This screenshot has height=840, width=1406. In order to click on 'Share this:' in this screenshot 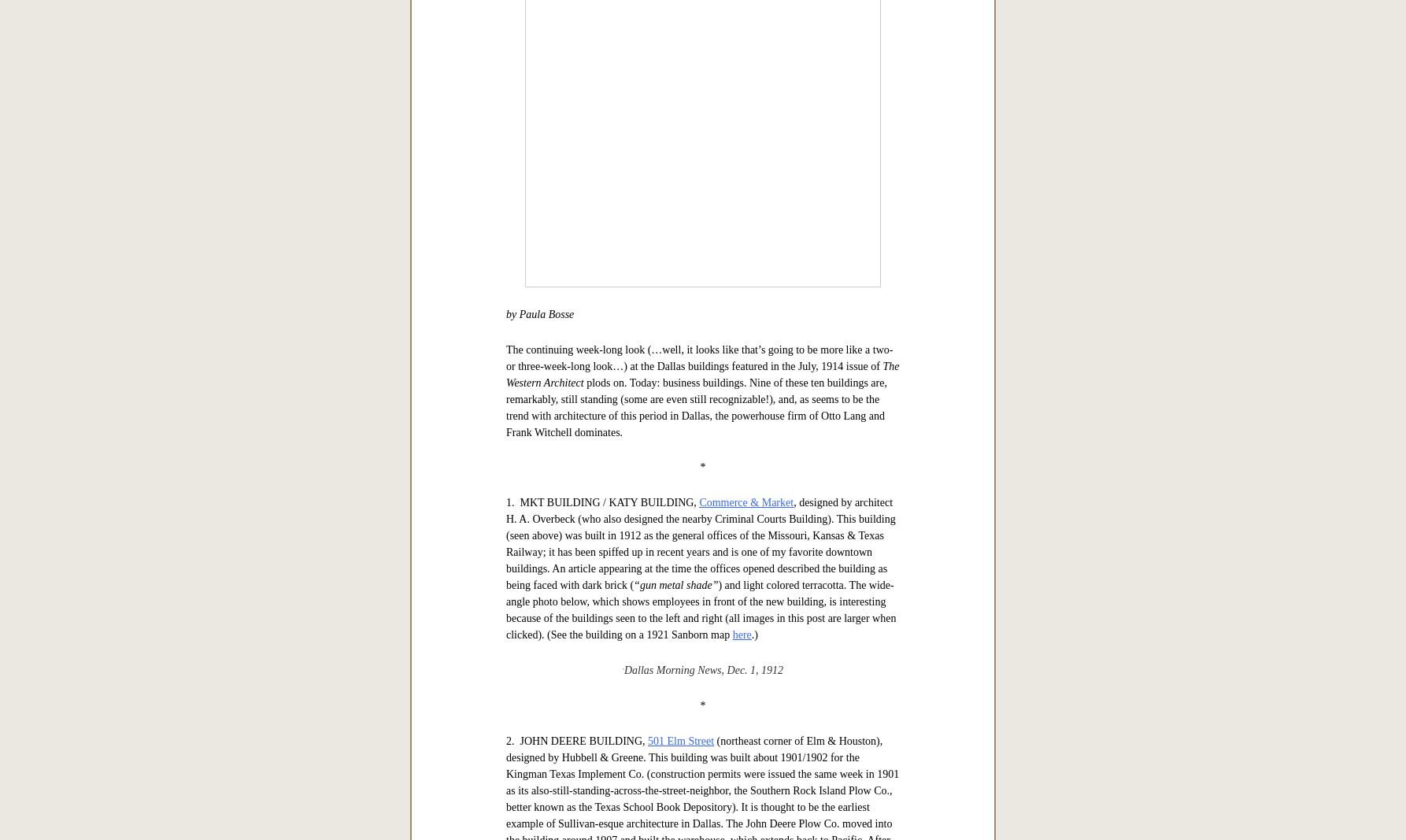, I will do `click(527, 158)`.